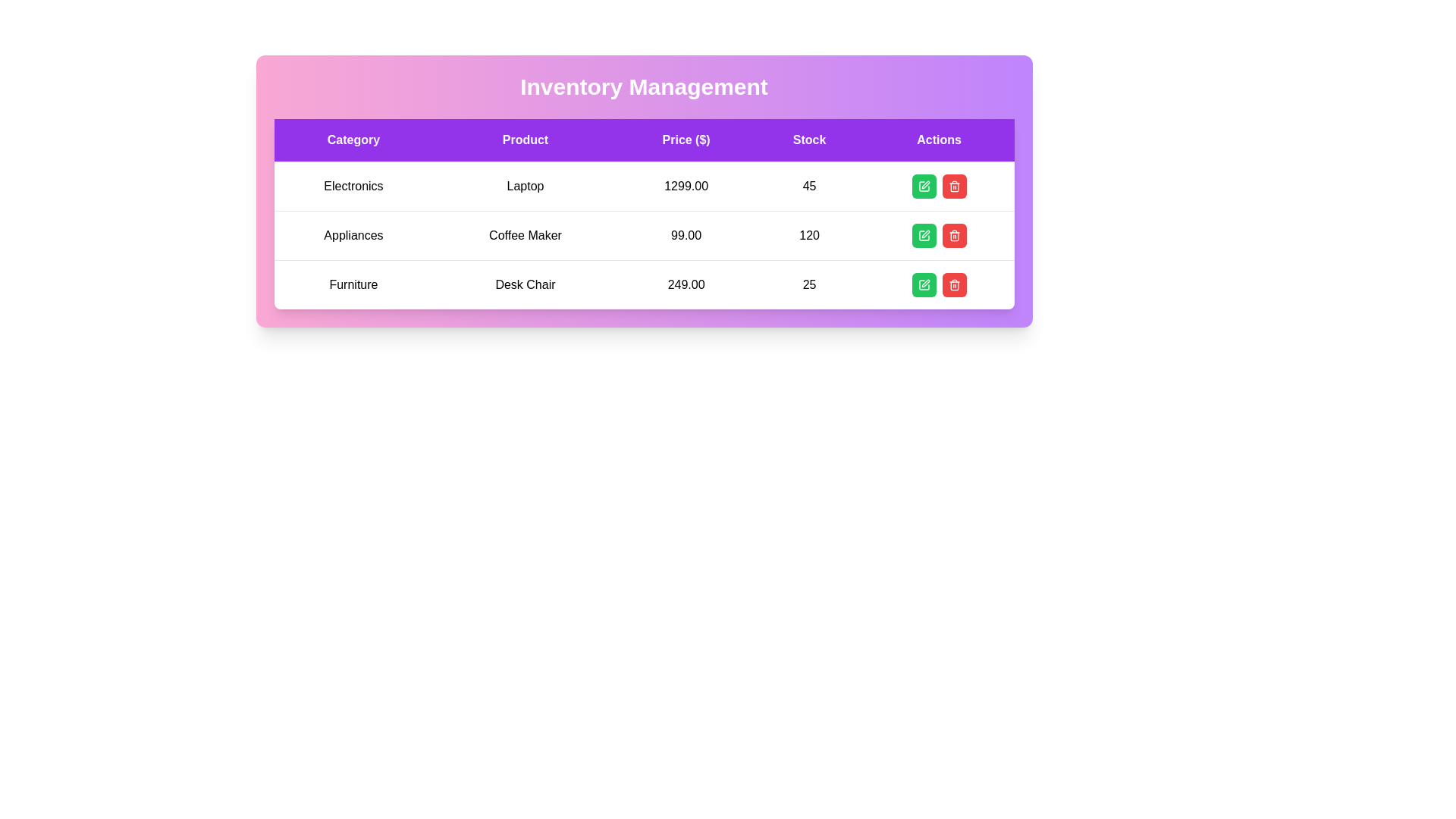 Image resolution: width=1456 pixels, height=819 pixels. I want to click on the trash bin icon inside the red delete button in the 'Actions' column of the second row for 'Appliances - Coffee Maker', so click(953, 187).